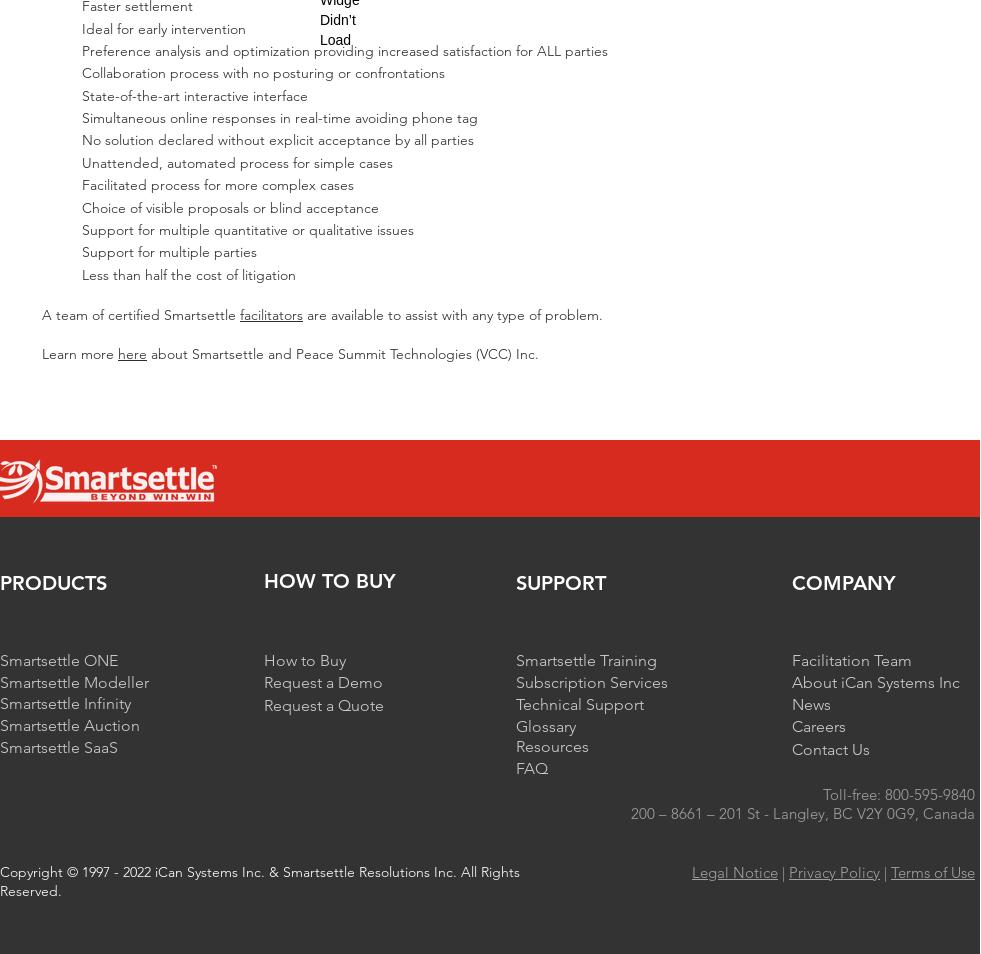 The image size is (981, 954). Describe the element at coordinates (843, 581) in the screenshot. I see `'COMPANY'` at that location.